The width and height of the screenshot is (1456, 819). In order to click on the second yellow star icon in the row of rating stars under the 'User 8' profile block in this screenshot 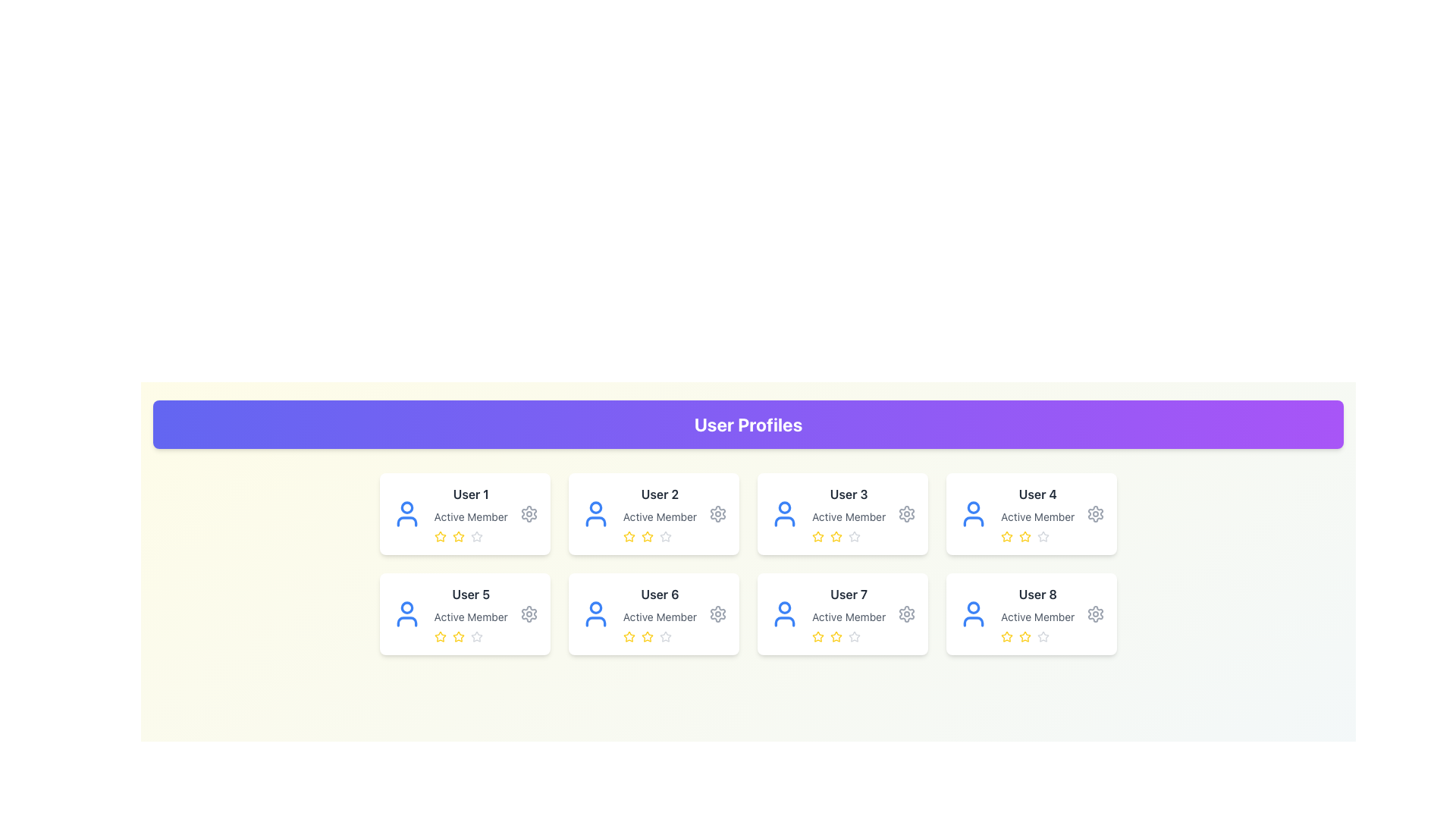, I will do `click(1025, 636)`.